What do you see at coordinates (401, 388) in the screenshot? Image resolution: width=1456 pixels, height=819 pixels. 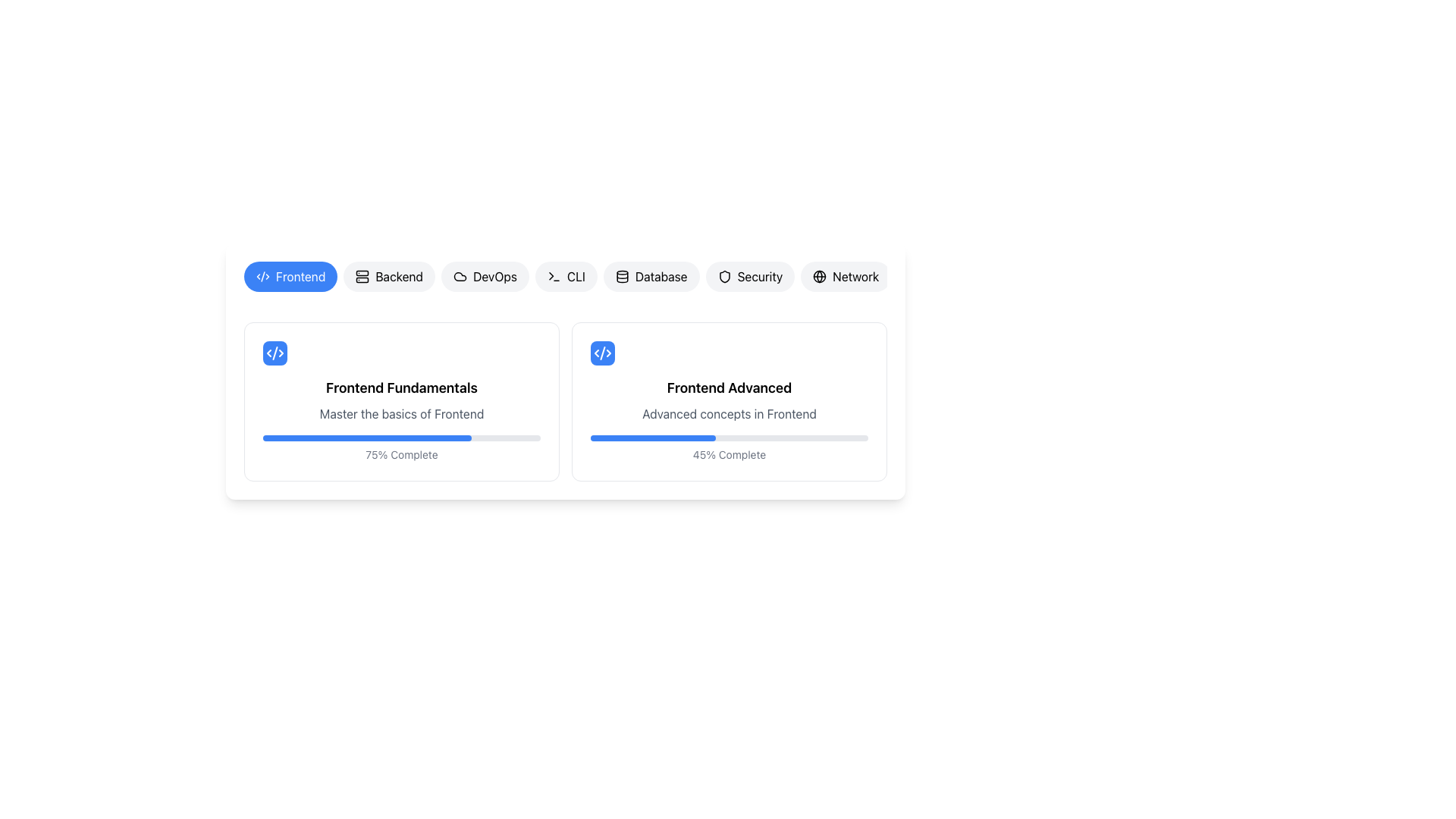 I see `the text label 'Frontend Fundamentals' that is prominently displayed in bold and larger font, located centrally above the descriptive text on the clickable card` at bounding box center [401, 388].